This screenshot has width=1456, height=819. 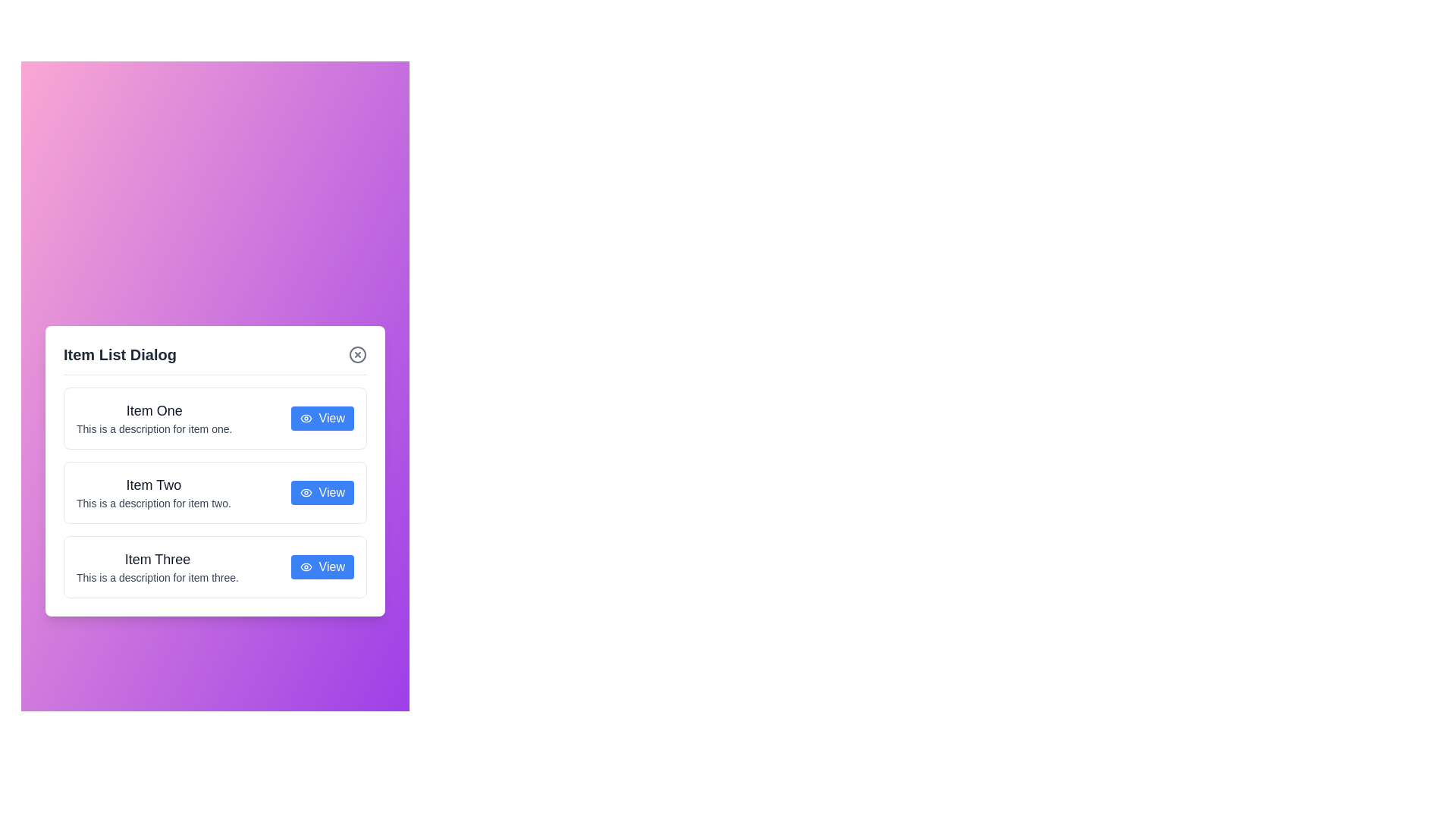 I want to click on the 'View' button for item Item Three, so click(x=322, y=566).